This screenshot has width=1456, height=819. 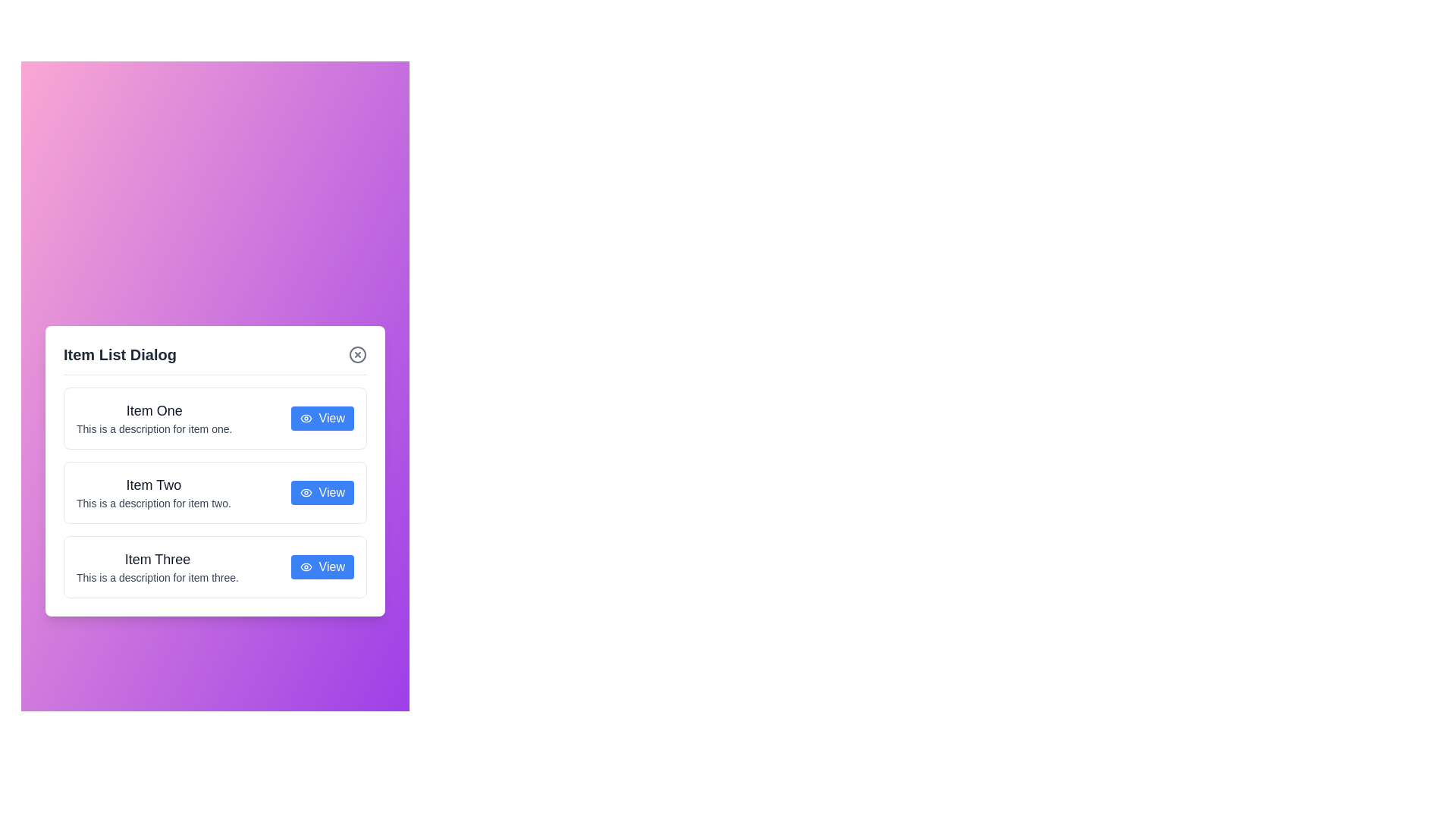 I want to click on the 'View' button for item Item Three, so click(x=322, y=566).